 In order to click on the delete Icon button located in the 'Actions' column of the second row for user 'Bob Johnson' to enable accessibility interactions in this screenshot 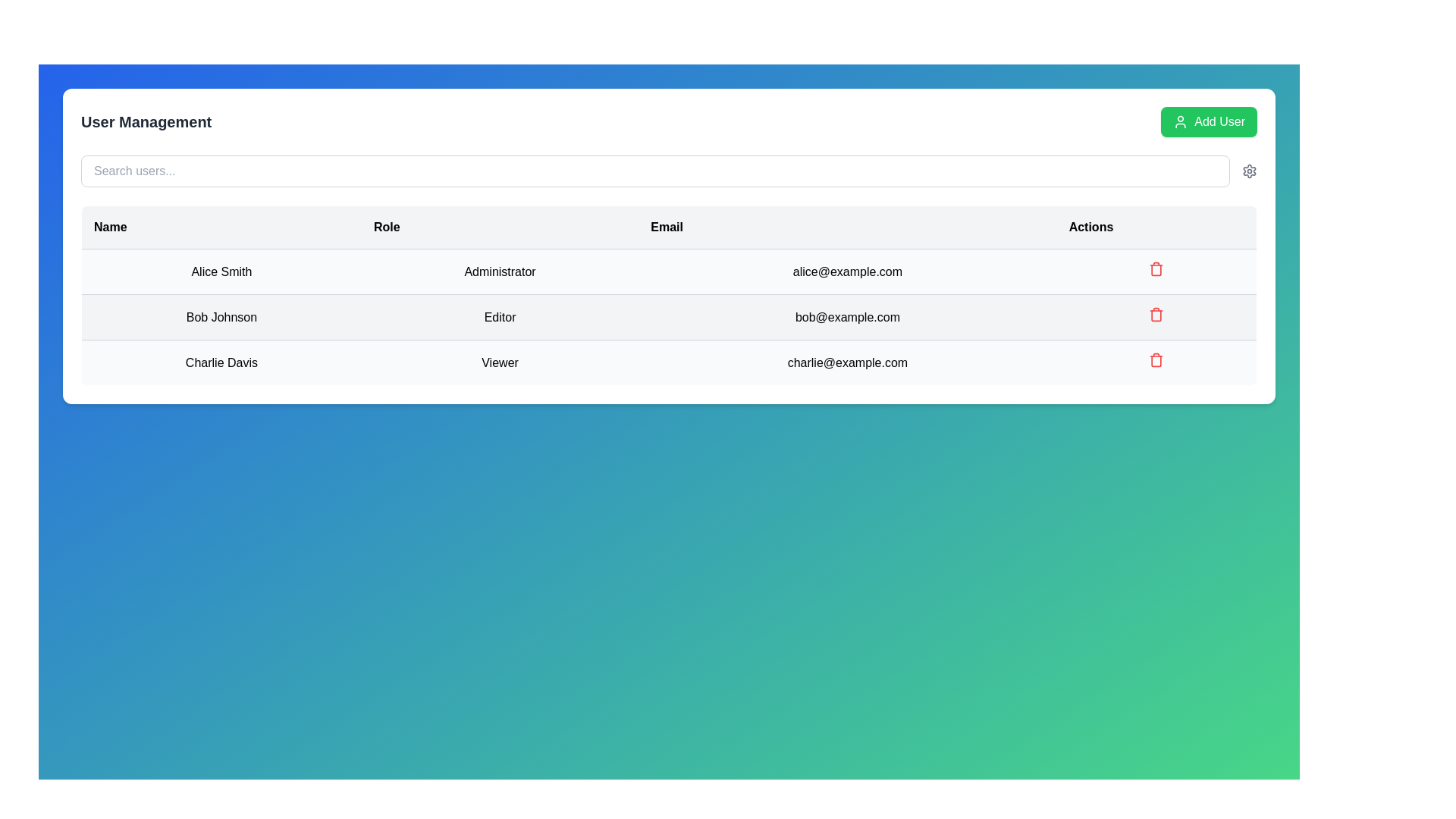, I will do `click(1156, 314)`.